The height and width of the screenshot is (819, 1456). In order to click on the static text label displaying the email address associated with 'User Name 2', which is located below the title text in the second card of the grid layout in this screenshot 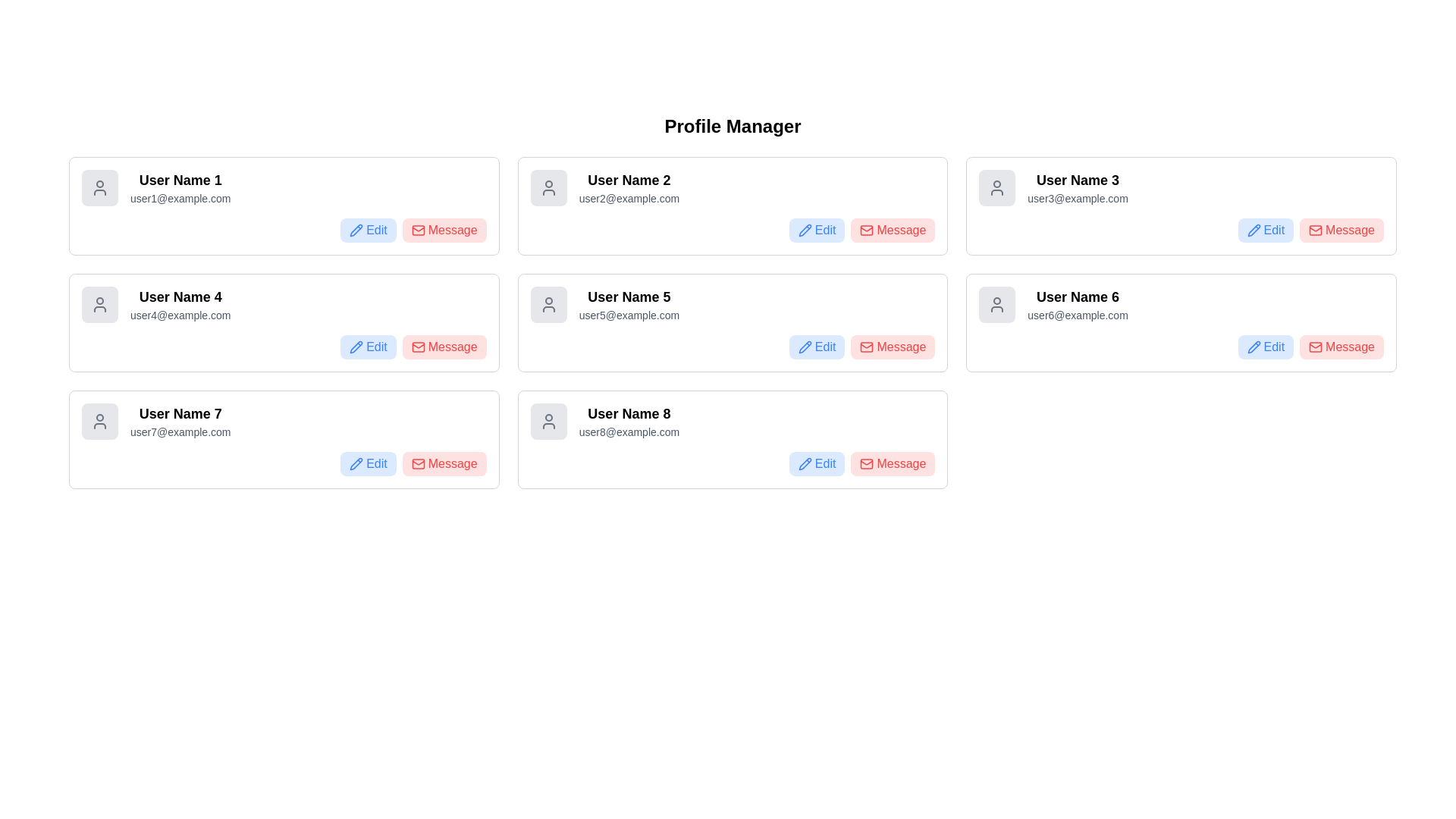, I will do `click(629, 198)`.